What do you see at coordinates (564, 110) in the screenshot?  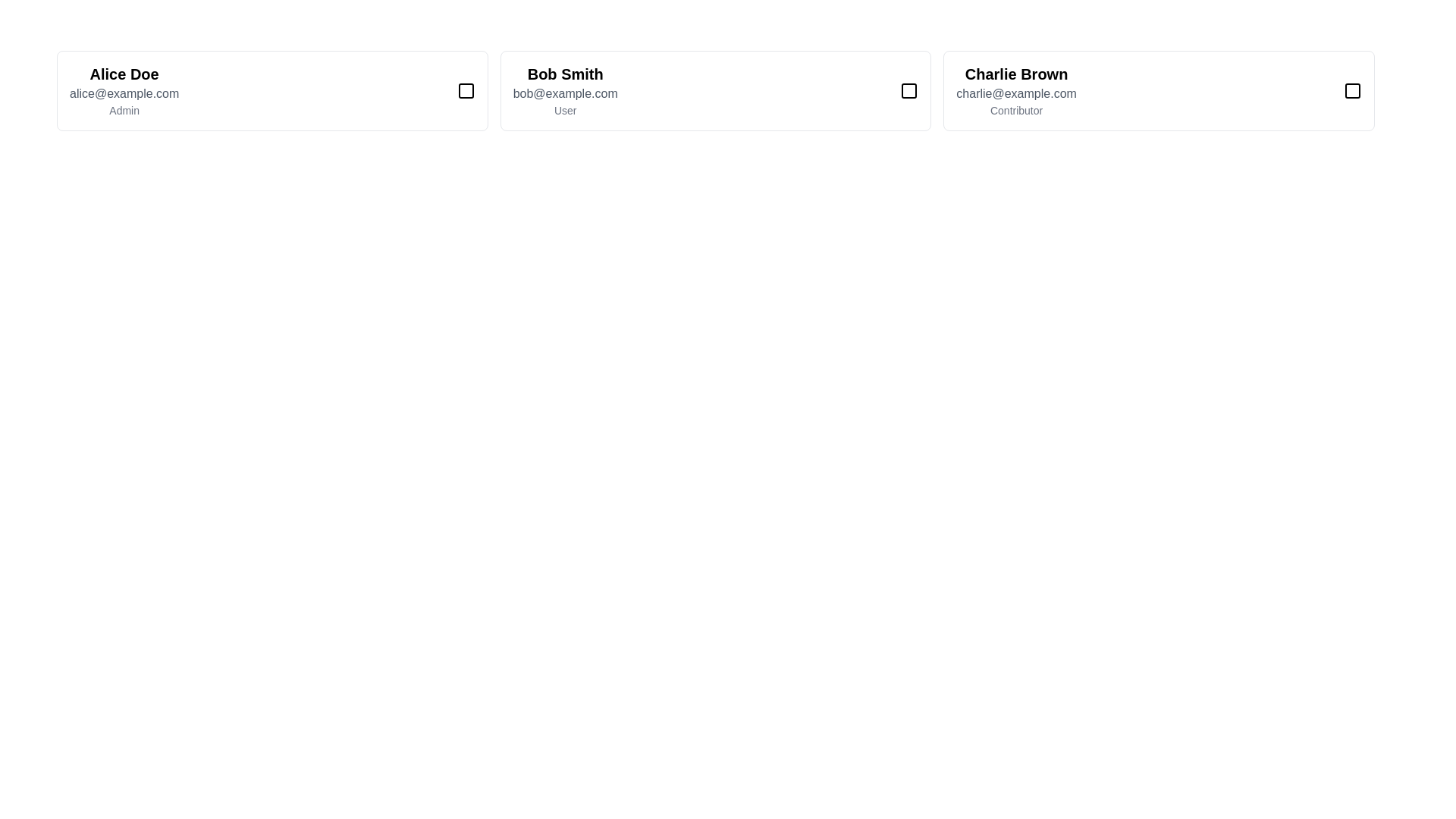 I see `the label that describes the user 'Bob Smith', located at the bottom of the profile card, after the email address and other texts` at bounding box center [564, 110].